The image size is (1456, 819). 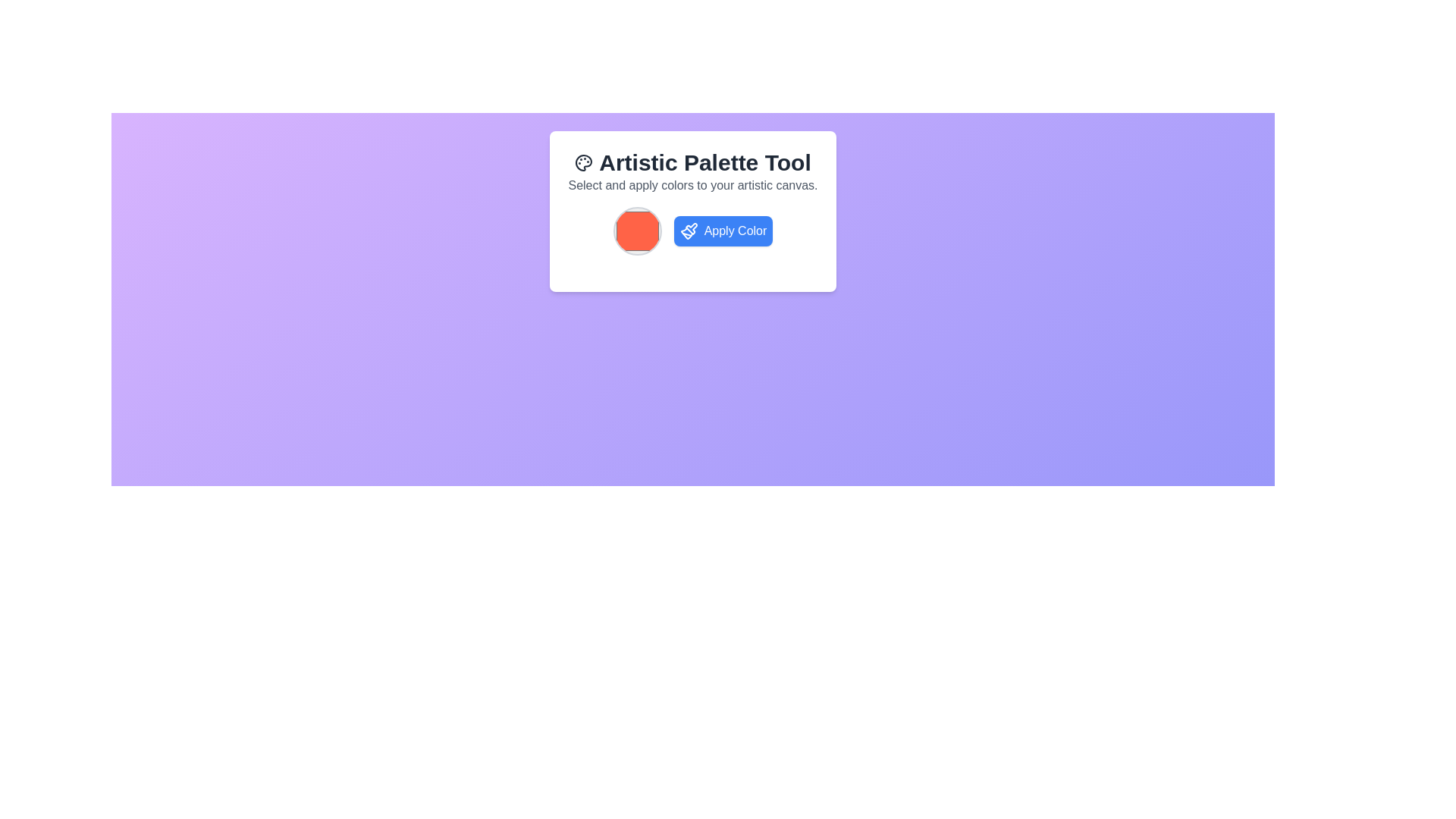 What do you see at coordinates (688, 231) in the screenshot?
I see `the paintbrush icon located within the blue button labeled 'Apply Color', which is positioned to the right of the orange color selector inside a white card layout` at bounding box center [688, 231].